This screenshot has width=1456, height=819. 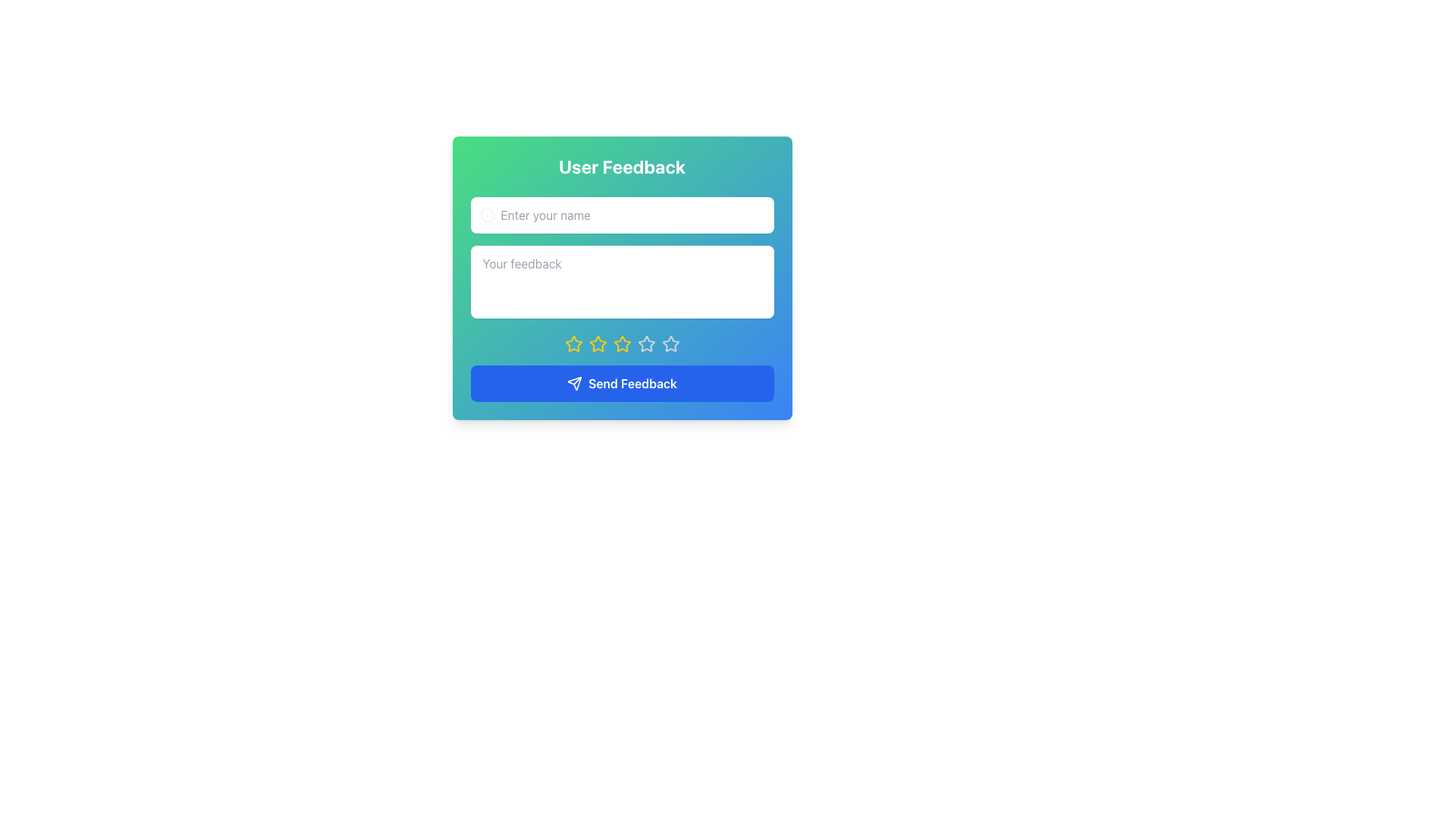 I want to click on the third star icon in the rating system, so click(x=646, y=344).